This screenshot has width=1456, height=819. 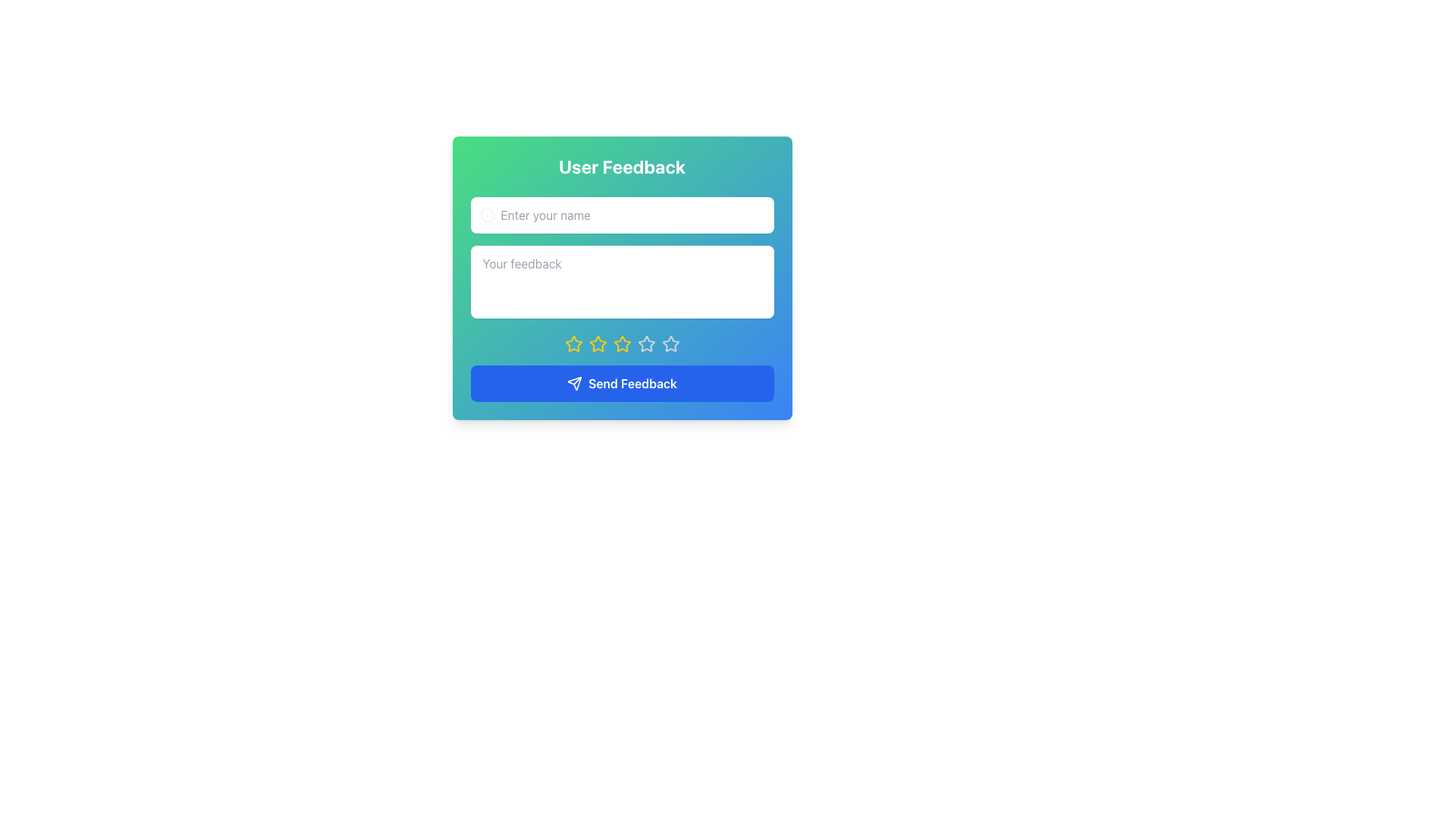 I want to click on the third star icon in the rating system, so click(x=646, y=344).